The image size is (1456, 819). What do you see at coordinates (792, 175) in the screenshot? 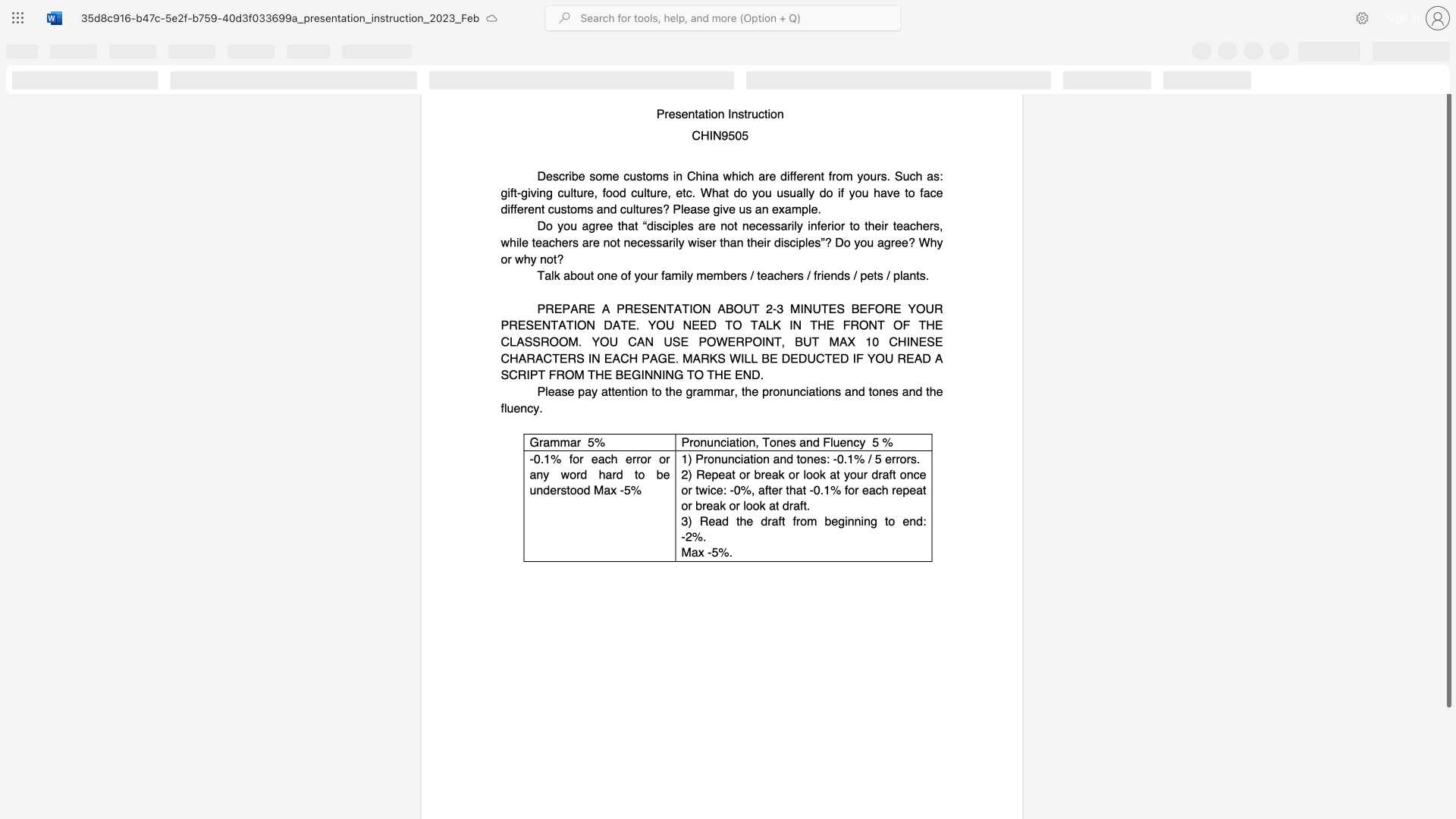
I see `the subset text "ferent from y" within the text "Describe some customs in China which are different from yours. Such as: gift-giving culture, food culture, etc. What do you usually do if you have to face different customs and"` at bounding box center [792, 175].